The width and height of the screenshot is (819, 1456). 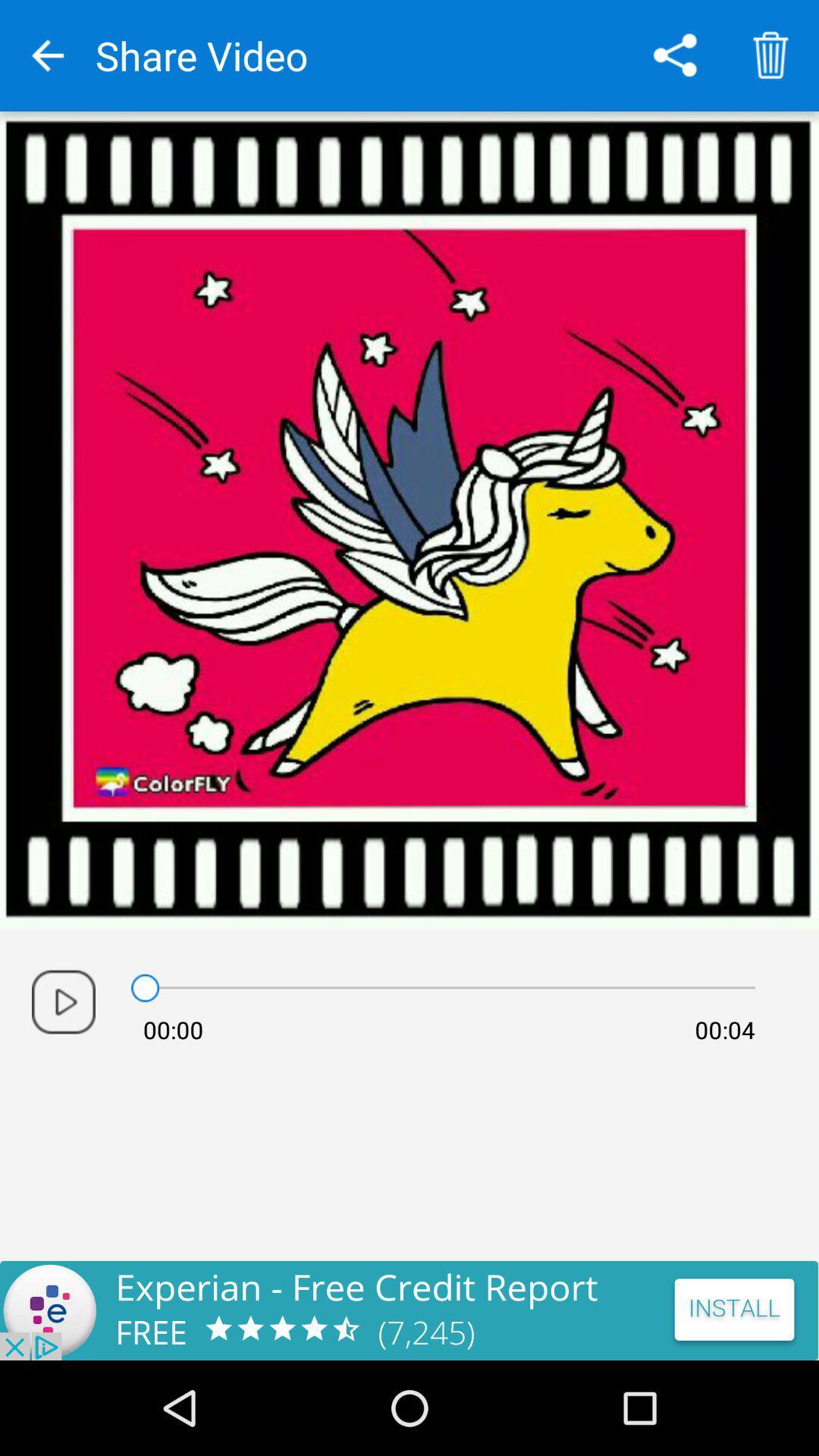 I want to click on advertisement, so click(x=409, y=1310).